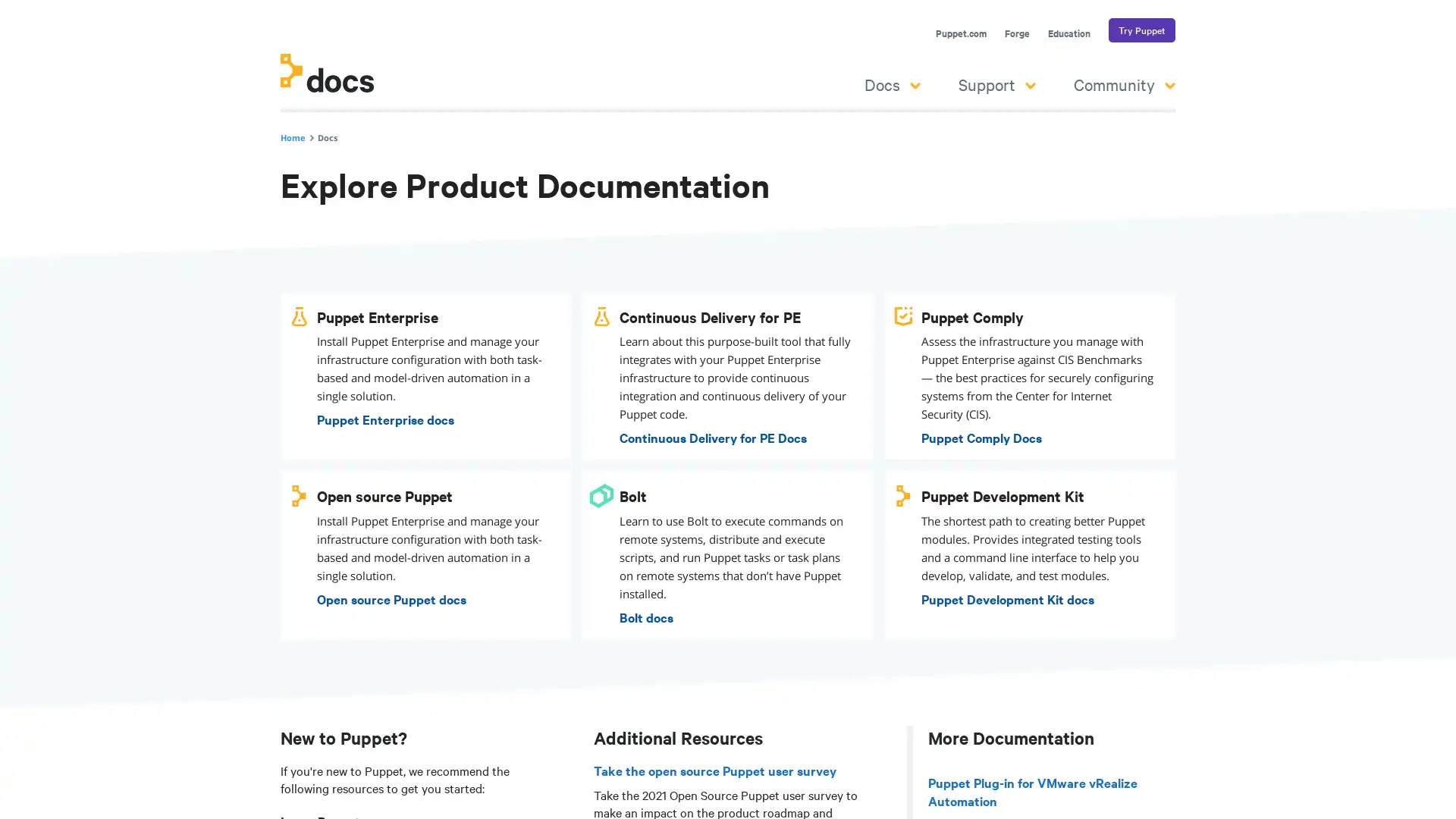  What do you see at coordinates (1125, 92) in the screenshot?
I see `Community` at bounding box center [1125, 92].